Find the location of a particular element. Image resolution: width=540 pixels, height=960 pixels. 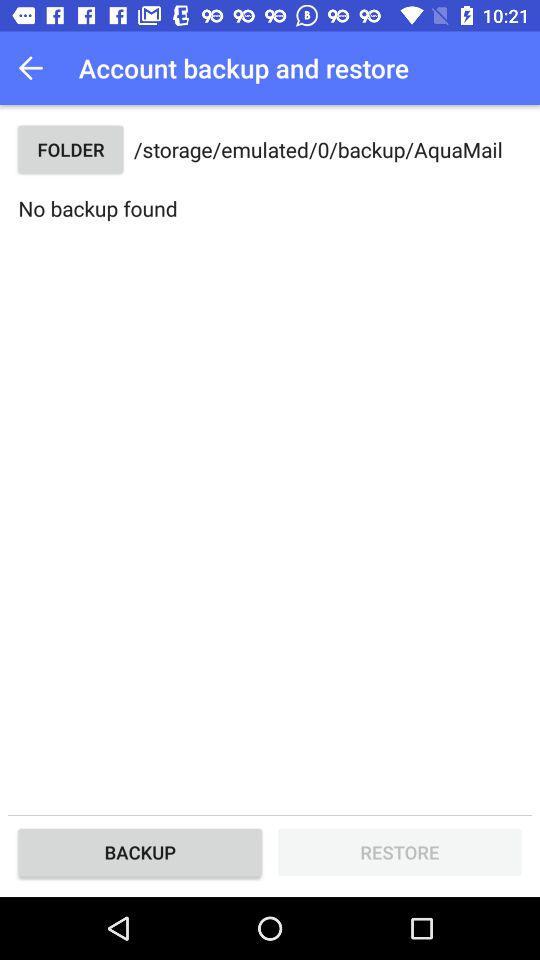

icon to the left of the account backup and item is located at coordinates (36, 68).